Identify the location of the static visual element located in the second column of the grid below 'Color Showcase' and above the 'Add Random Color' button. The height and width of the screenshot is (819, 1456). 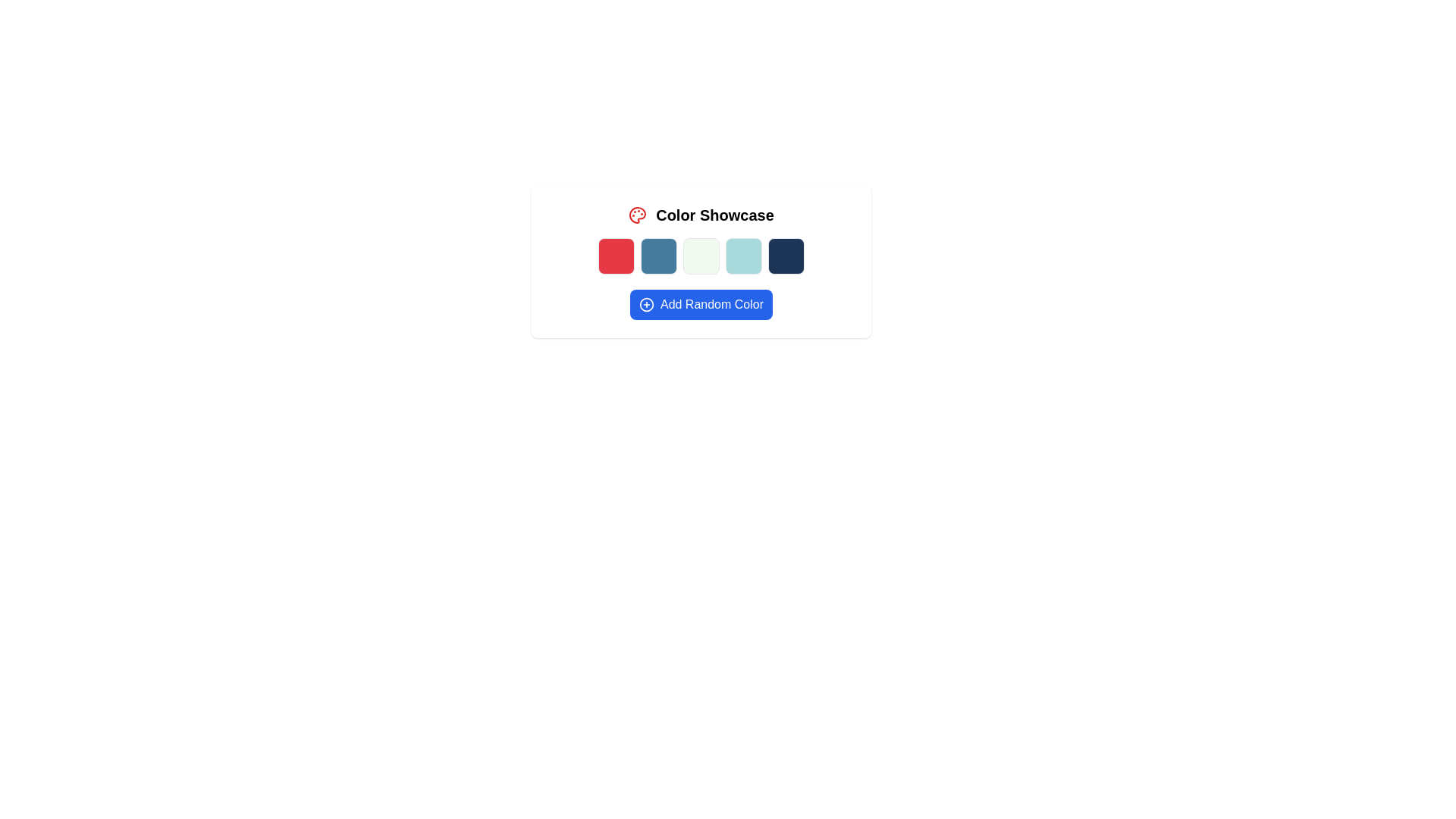
(658, 256).